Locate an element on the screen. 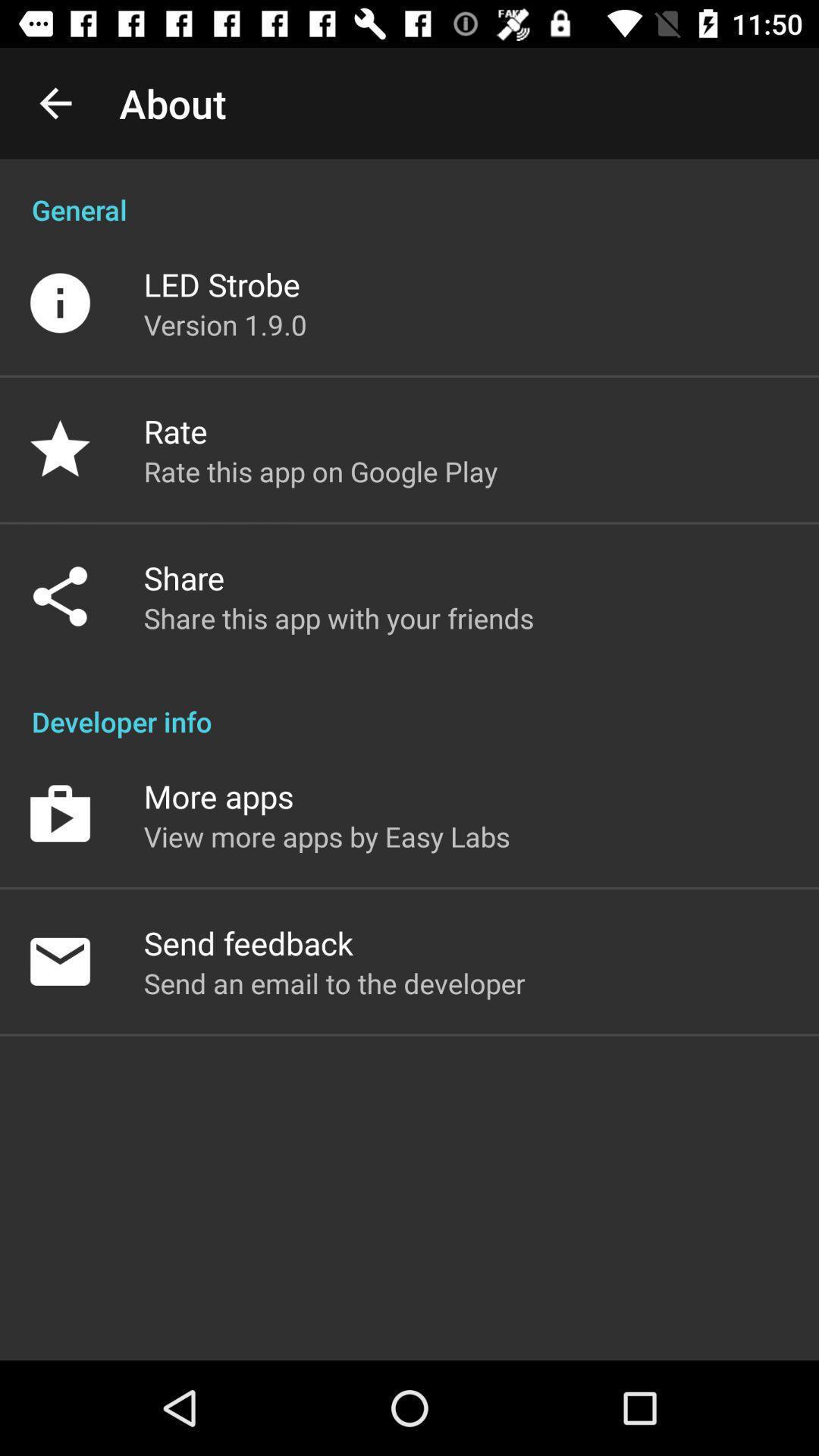 Image resolution: width=819 pixels, height=1456 pixels. icon next to the about app is located at coordinates (55, 102).